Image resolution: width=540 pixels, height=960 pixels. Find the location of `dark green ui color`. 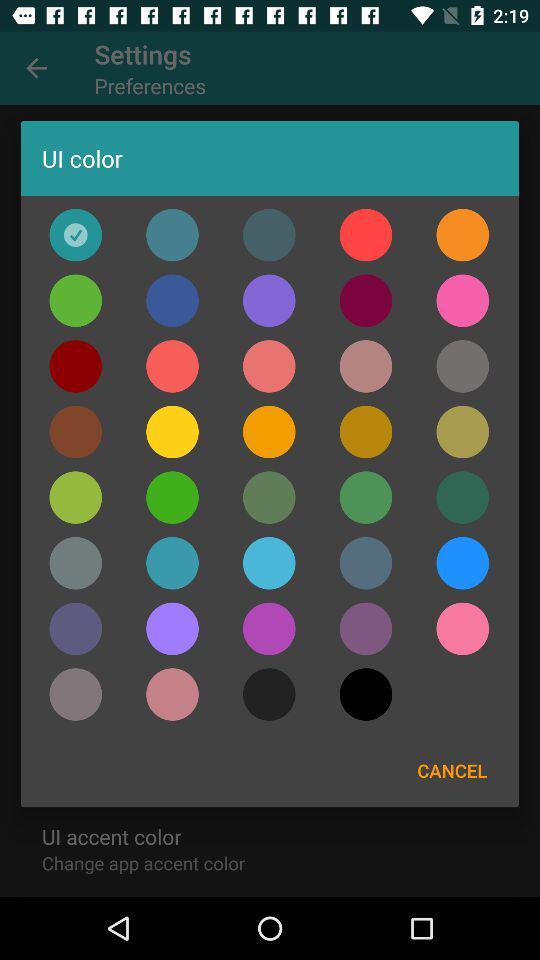

dark green ui color is located at coordinates (462, 496).